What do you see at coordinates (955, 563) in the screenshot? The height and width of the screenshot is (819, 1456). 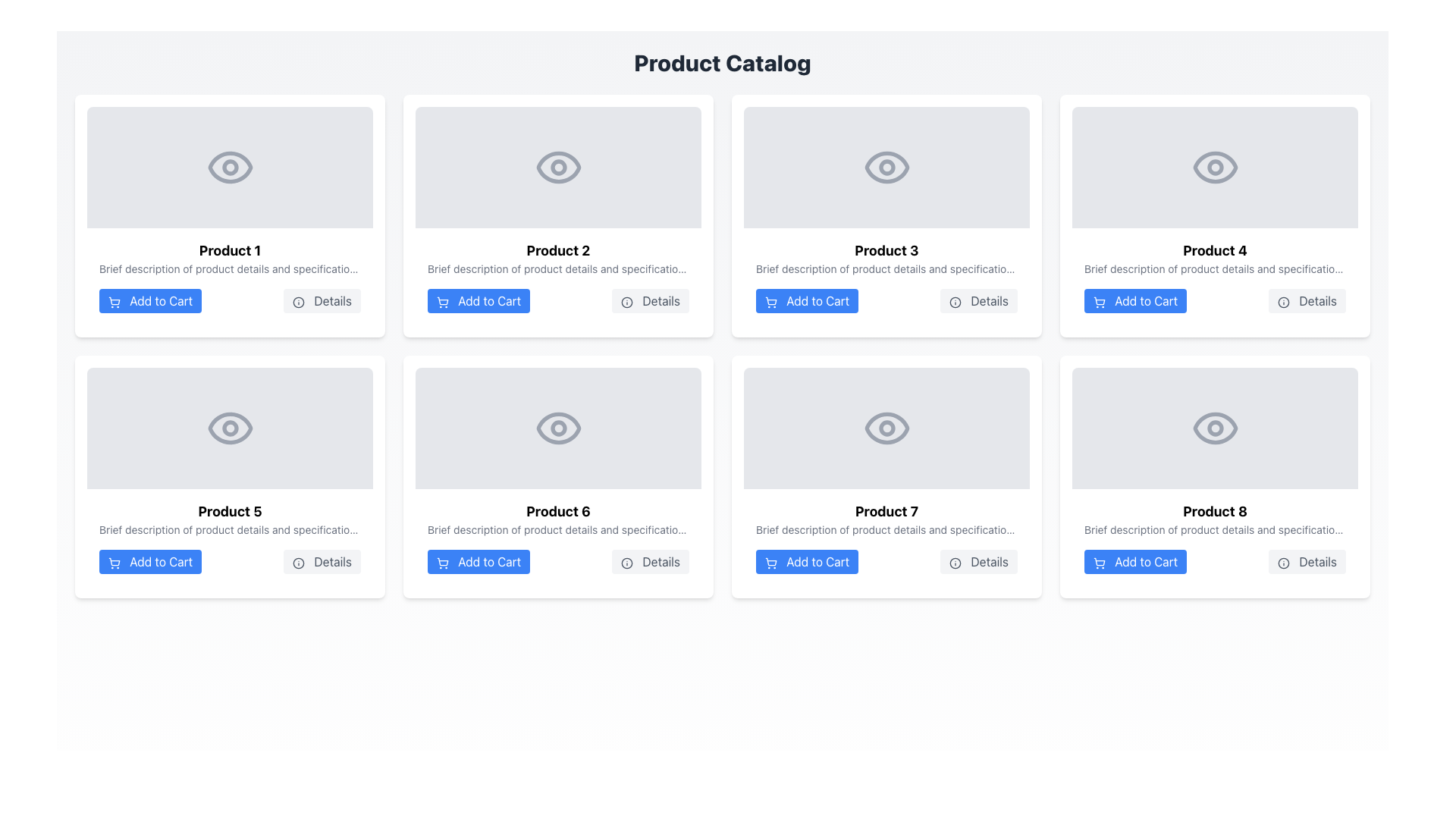 I see `the circular informational icon with a gray outline embedded within the 'Details' button for Product 7, located in the bottom-right section of the Product 7 card` at bounding box center [955, 563].